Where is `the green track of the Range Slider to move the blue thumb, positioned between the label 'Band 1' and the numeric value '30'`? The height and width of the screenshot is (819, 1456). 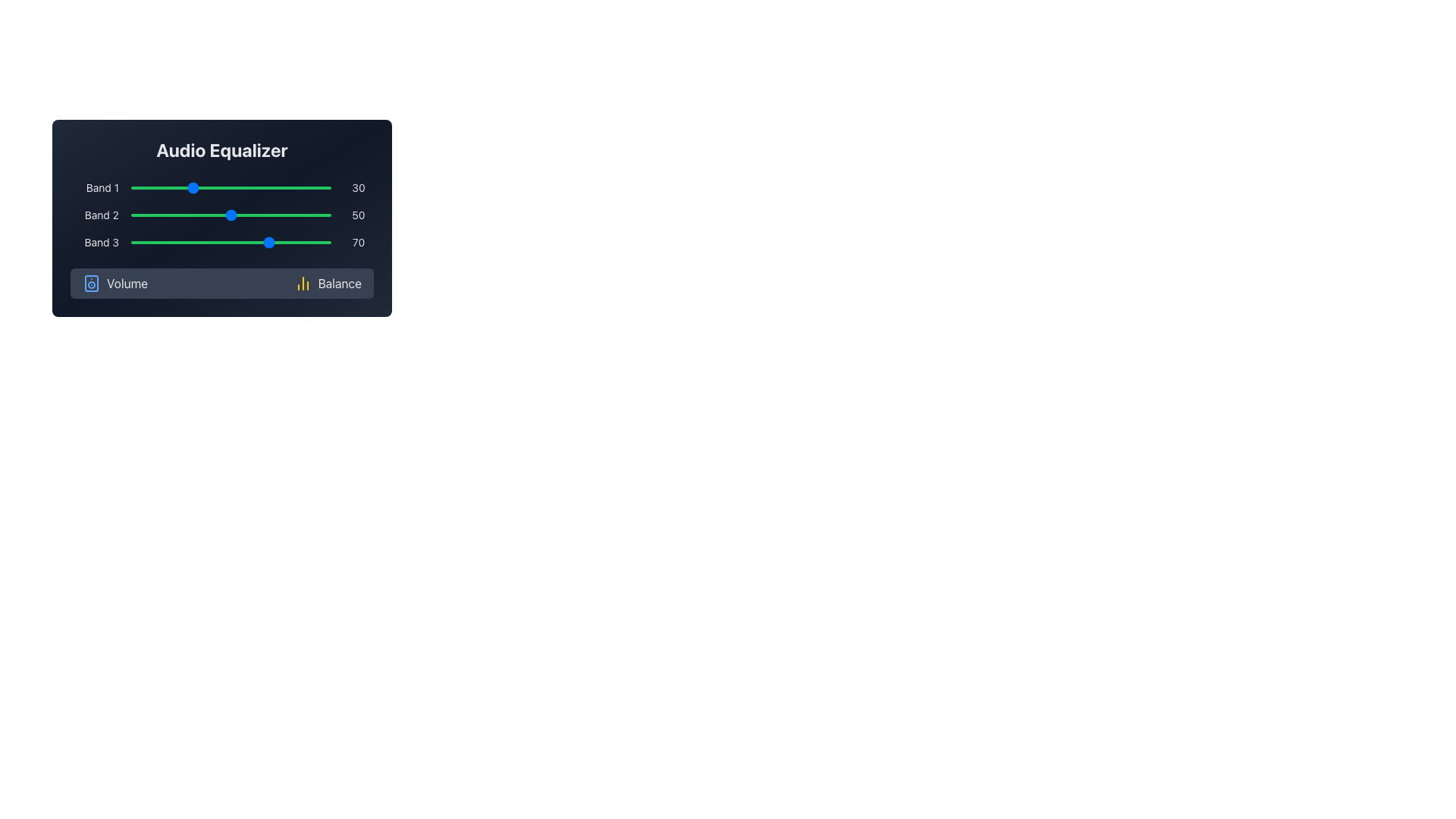
the green track of the Range Slider to move the blue thumb, positioned between the label 'Band 1' and the numeric value '30' is located at coordinates (231, 187).